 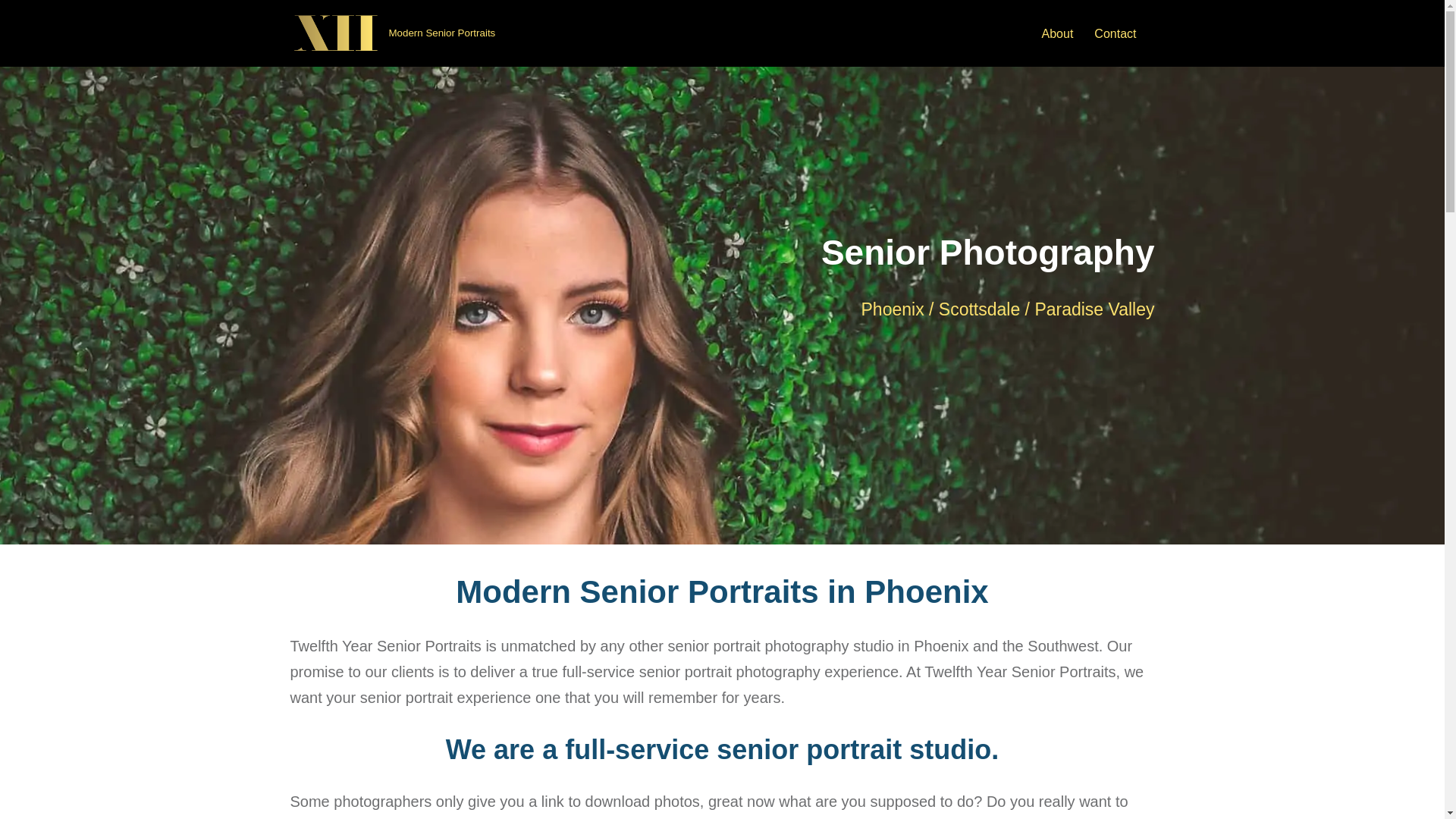 What do you see at coordinates (1057, 33) in the screenshot?
I see `'About'` at bounding box center [1057, 33].